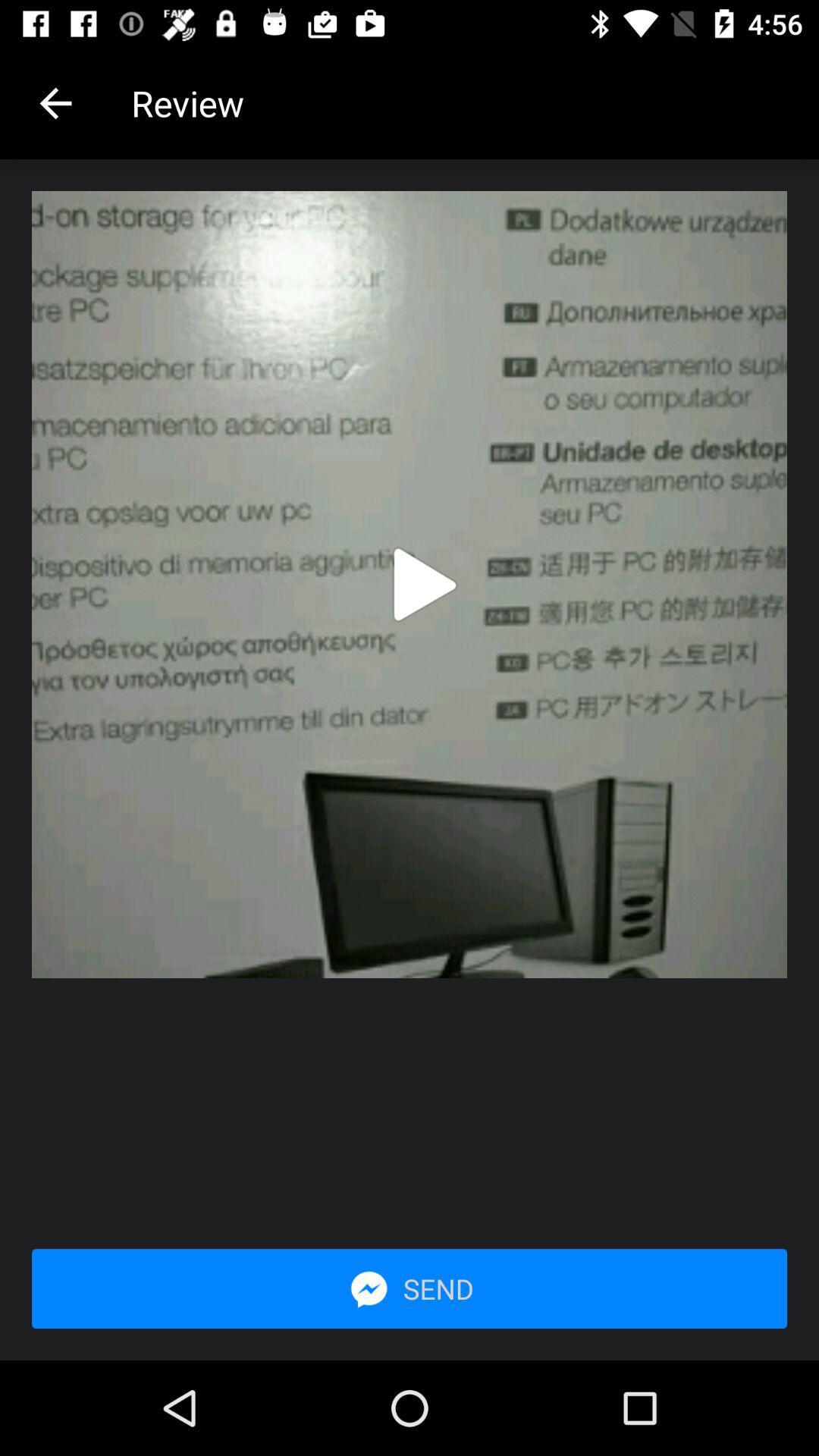 The width and height of the screenshot is (819, 1456). I want to click on video, so click(425, 584).